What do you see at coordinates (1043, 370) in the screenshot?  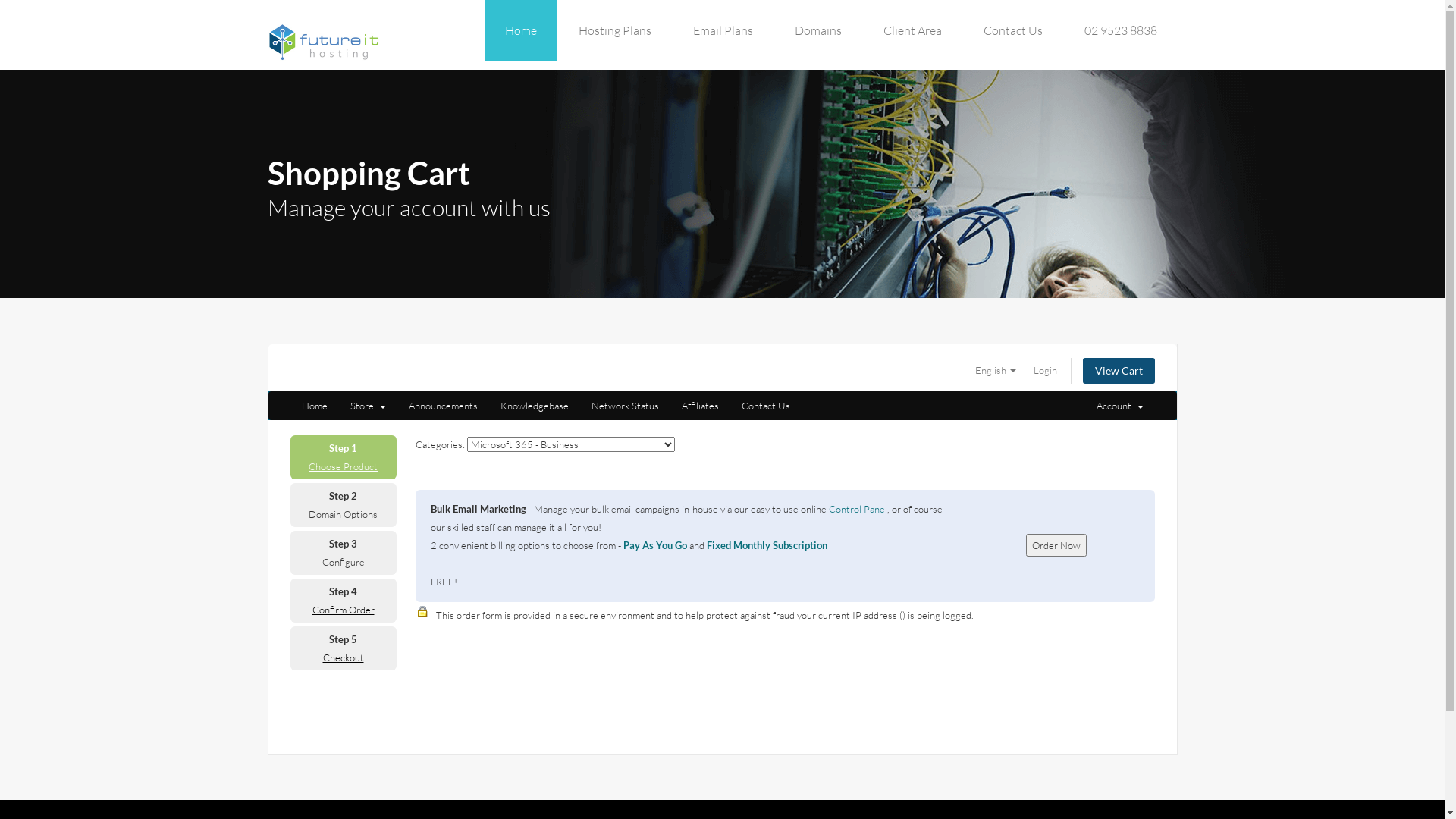 I see `'Login'` at bounding box center [1043, 370].